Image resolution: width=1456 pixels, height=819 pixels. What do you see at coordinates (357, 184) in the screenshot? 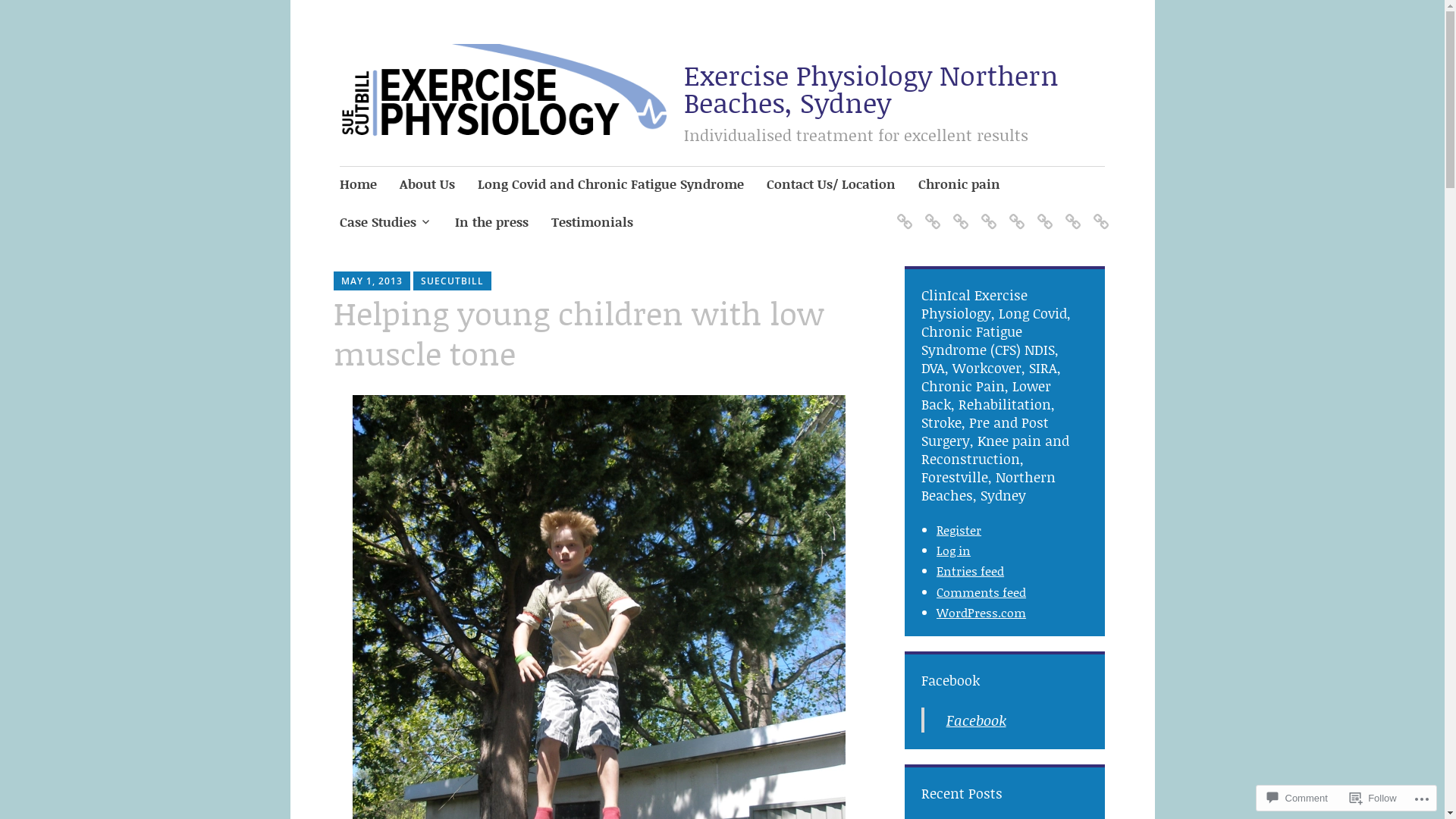
I see `'Home'` at bounding box center [357, 184].